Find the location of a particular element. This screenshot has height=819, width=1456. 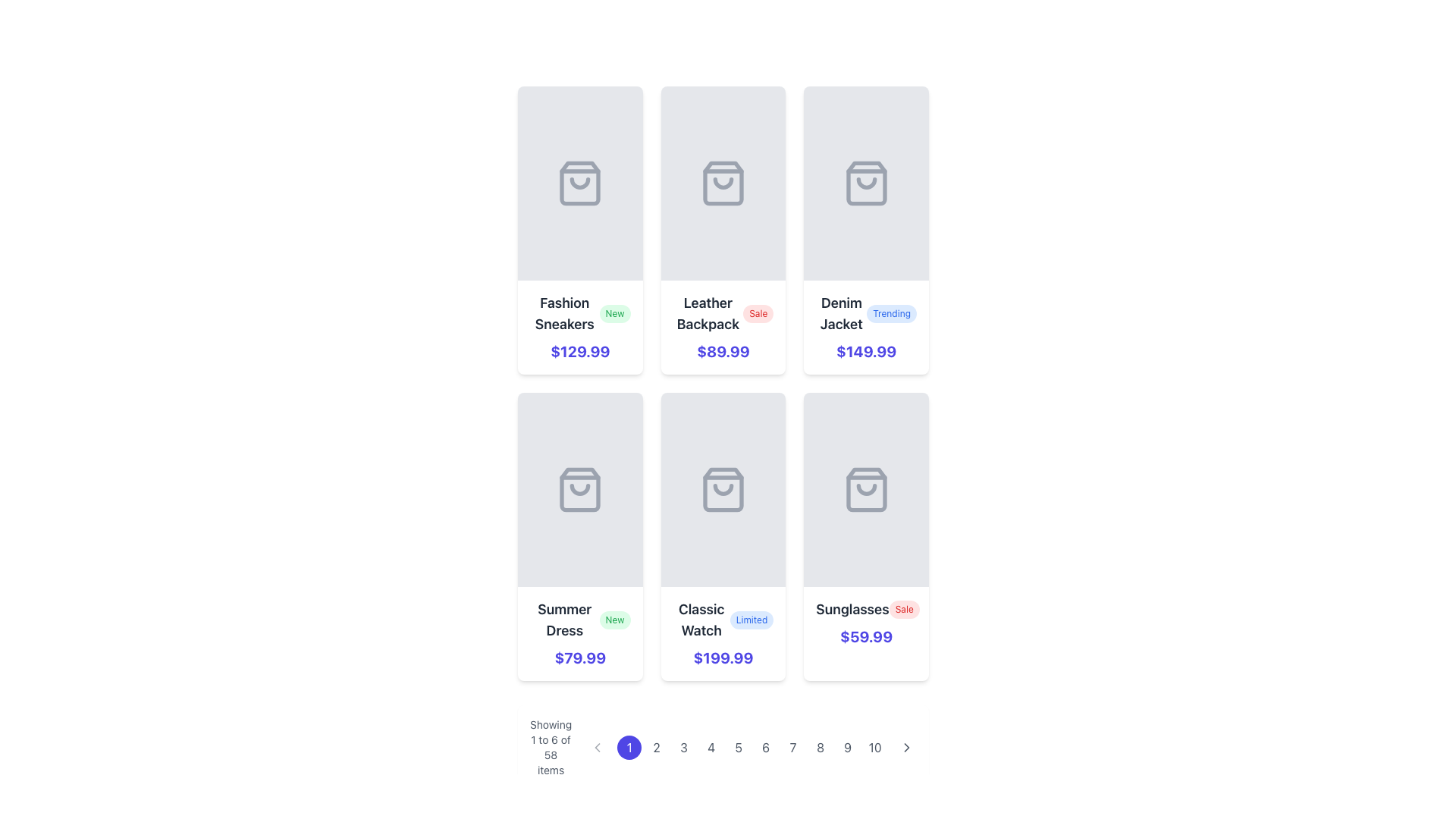

the shopping bag icon in the SVG graphic located at the bottom-right corner of the 'Sunglasses' card is located at coordinates (866, 489).